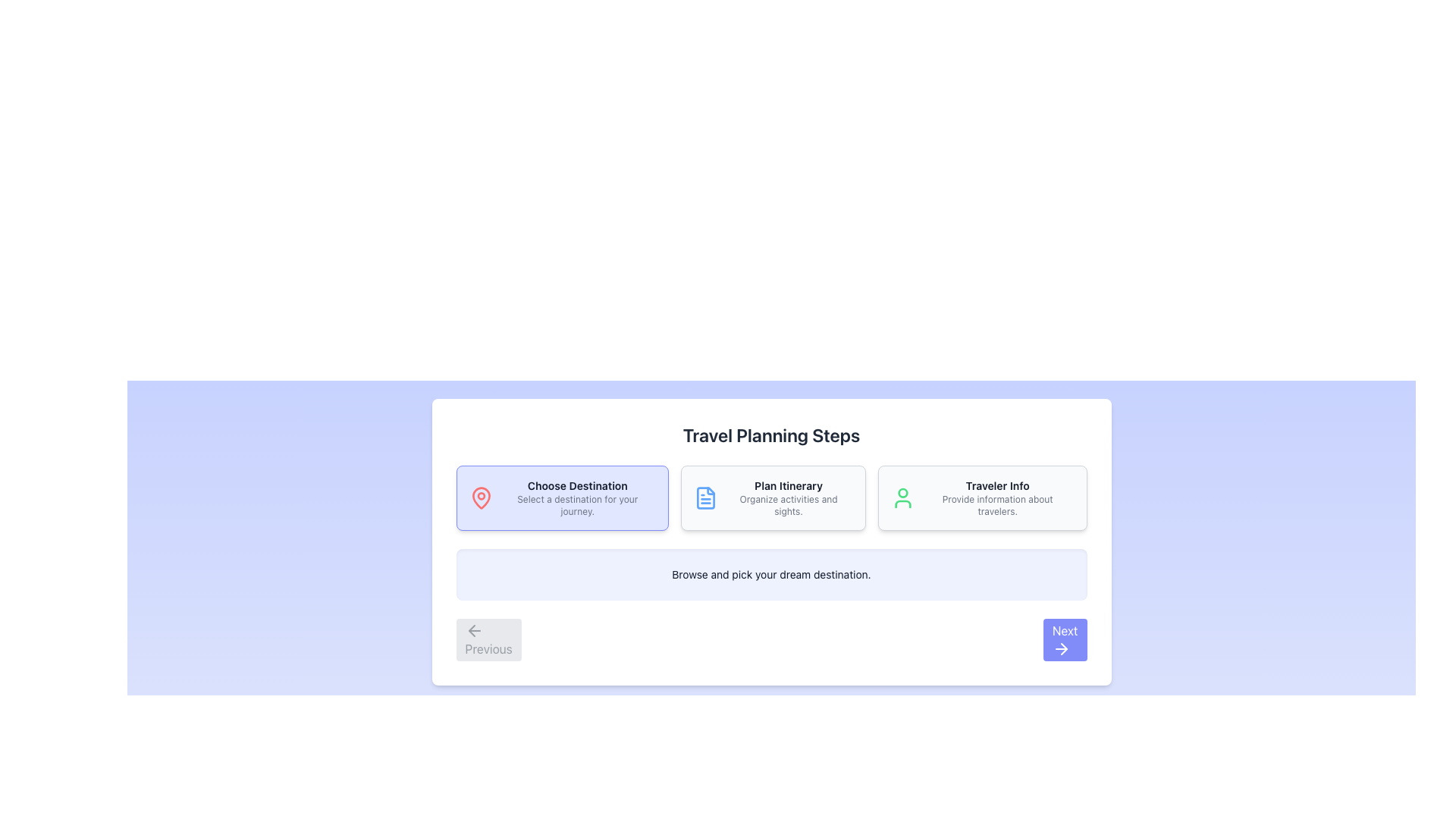  I want to click on the pin icon that visually represents the concept of selecting a destination, located centrally within the 'Choose Destination' button in the first button of a three-button layout, so click(480, 497).